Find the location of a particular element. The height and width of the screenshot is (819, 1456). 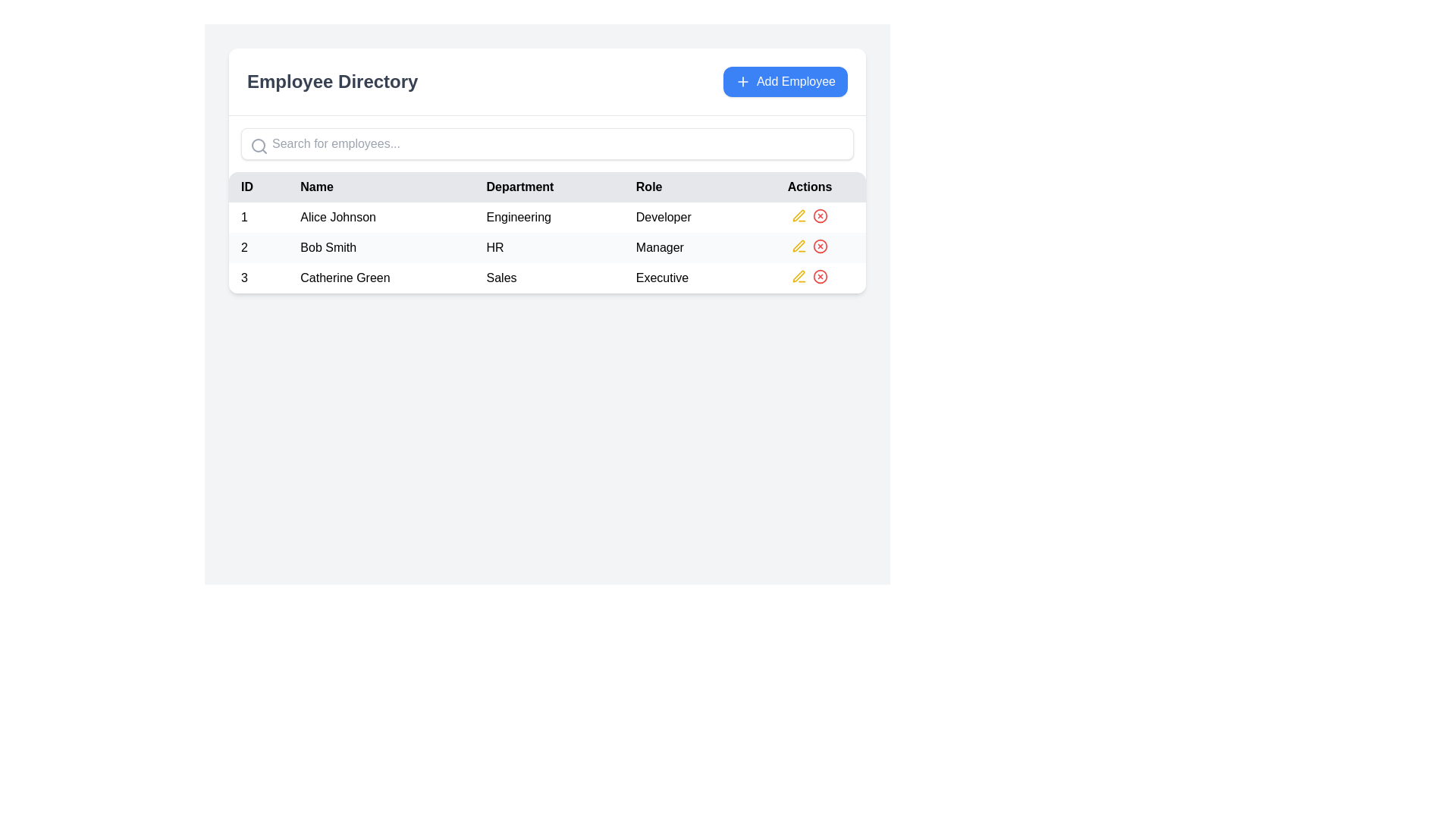

the delete icon in the 'Actions' column of the second row for 'Bob Smith' in the 'Employee Directory' interface is located at coordinates (819, 245).